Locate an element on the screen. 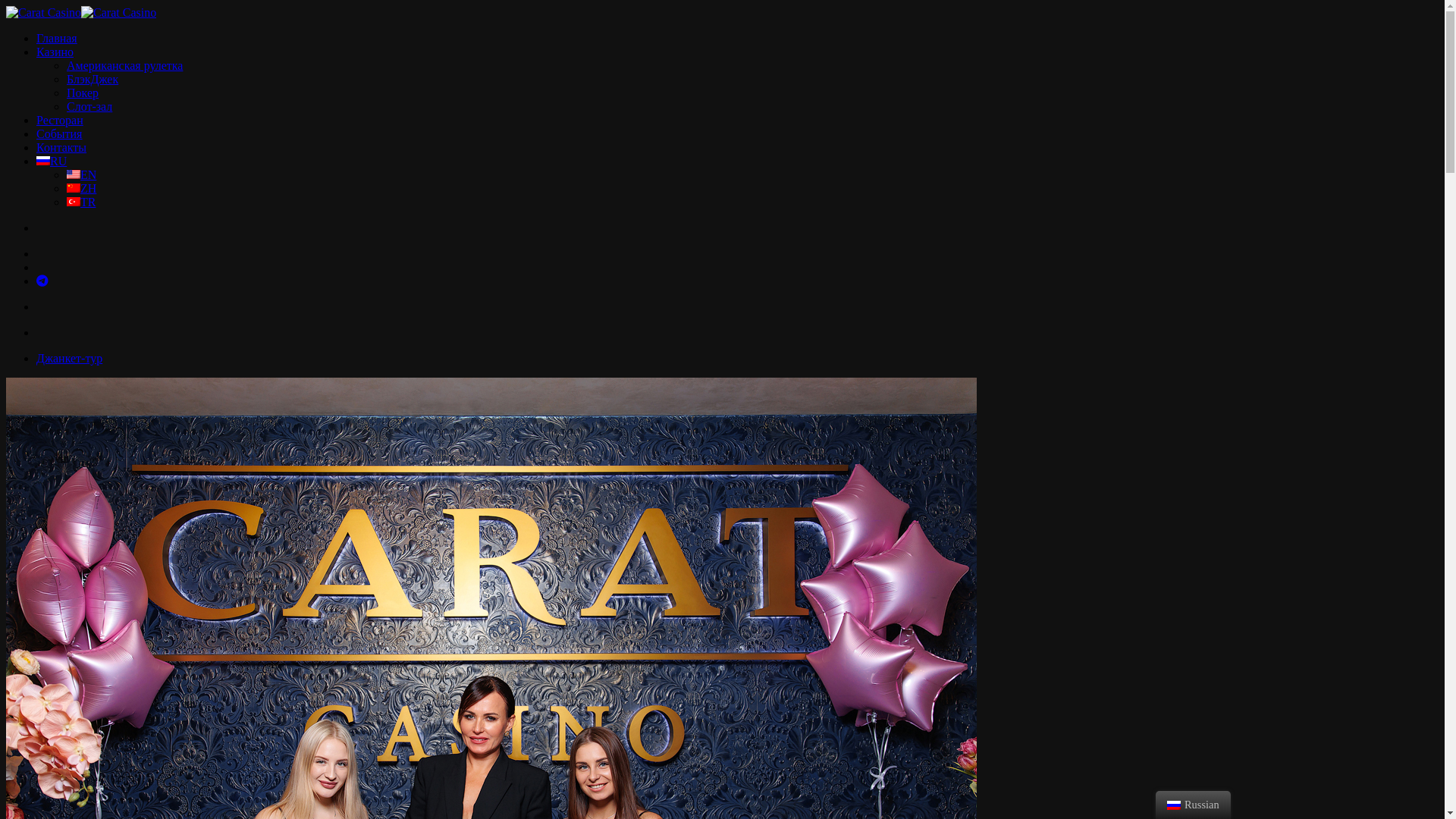  'Russian' is located at coordinates (1172, 804).